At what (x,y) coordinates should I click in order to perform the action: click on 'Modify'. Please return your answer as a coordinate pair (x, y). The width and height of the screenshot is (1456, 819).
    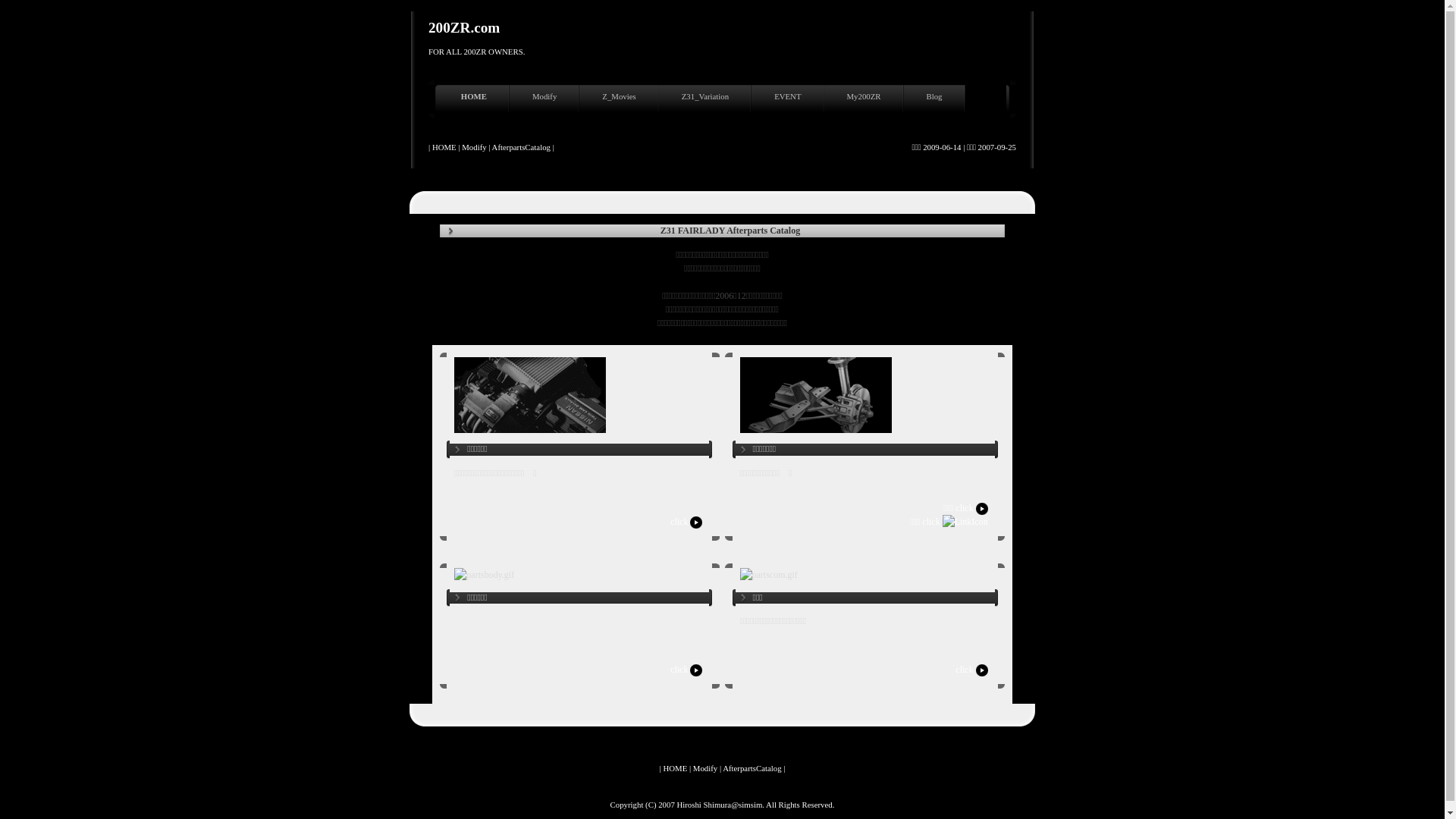
    Looking at the image, I should click on (546, 99).